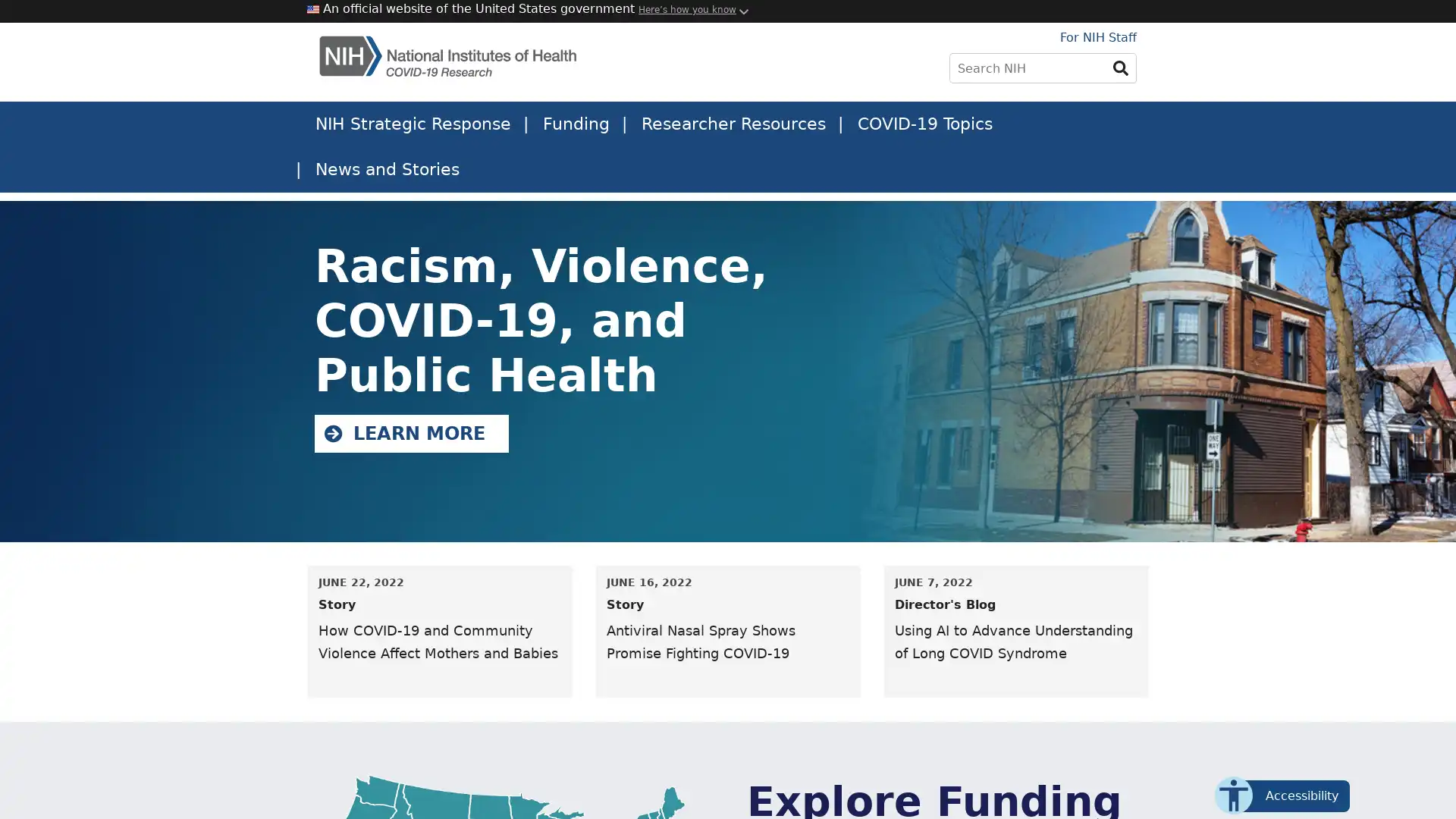 This screenshot has height=819, width=1456. What do you see at coordinates (686, 9) in the screenshot?
I see `Heres how you know` at bounding box center [686, 9].